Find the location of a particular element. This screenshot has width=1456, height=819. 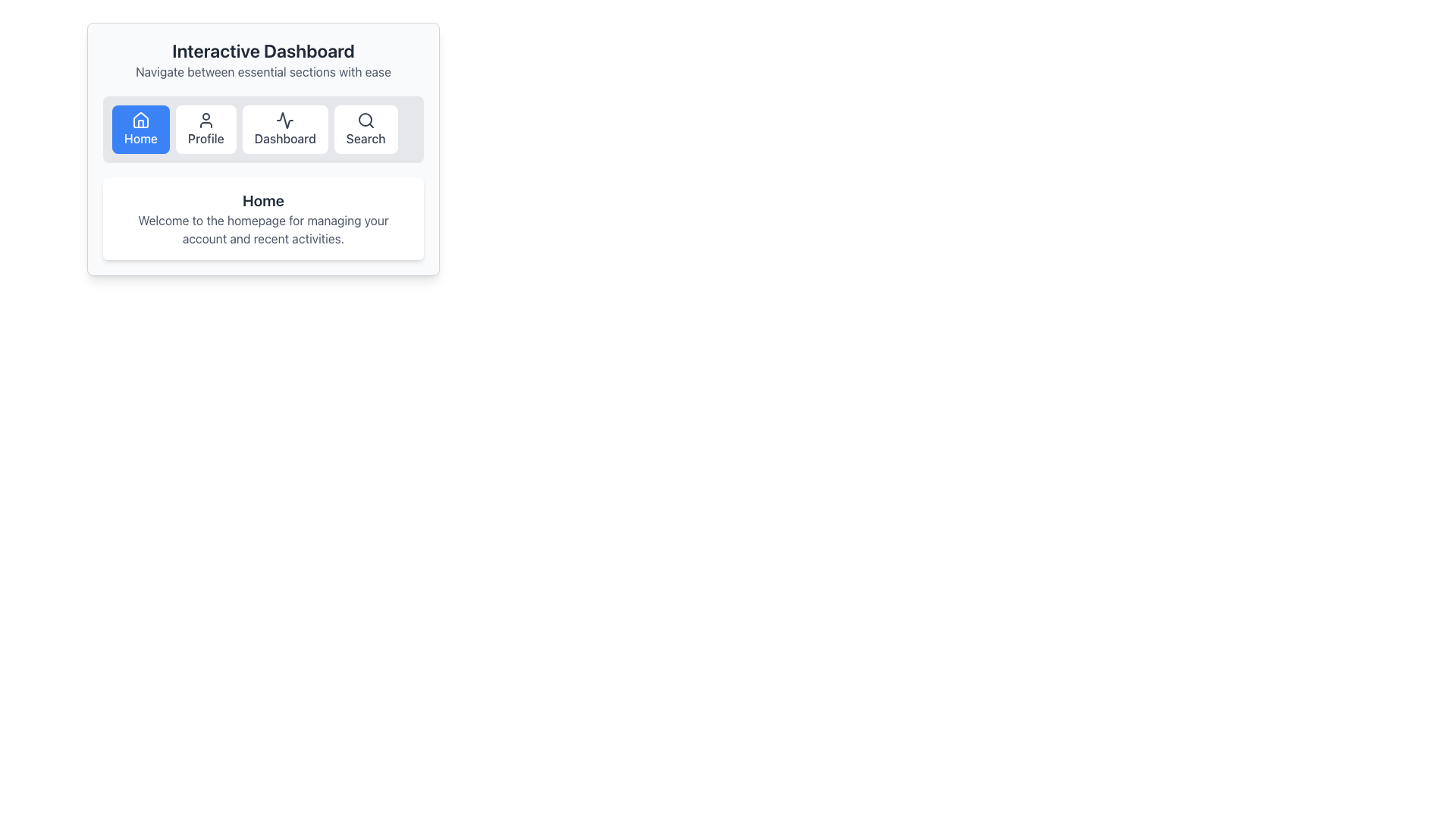

the 'Search' button located on the rightmost side of the horizontal group of icons and text in the 'Interactive Dashboard' section is located at coordinates (366, 128).